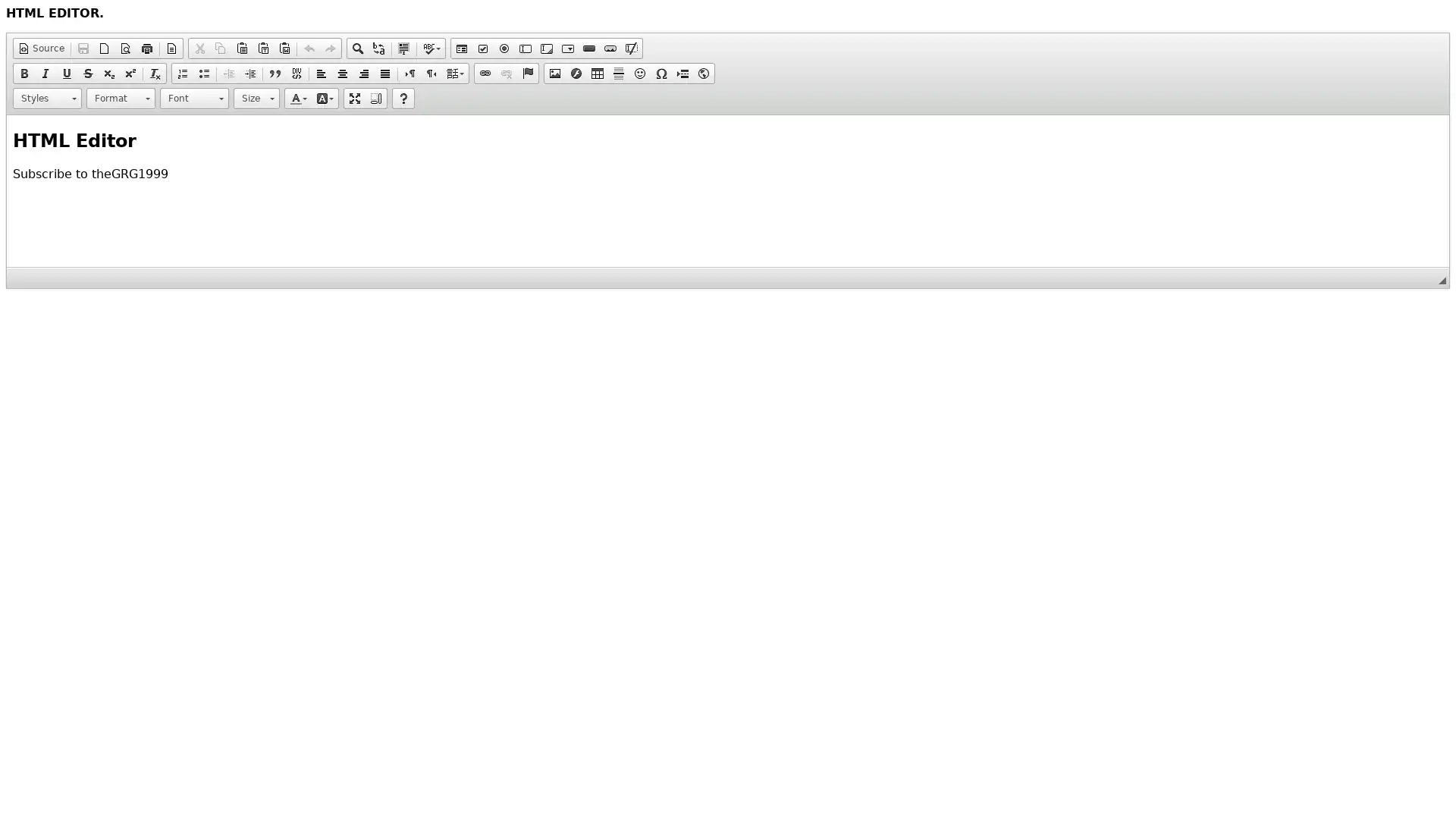 The height and width of the screenshot is (819, 1456). Describe the element at coordinates (403, 99) in the screenshot. I see `About CKEditor` at that location.